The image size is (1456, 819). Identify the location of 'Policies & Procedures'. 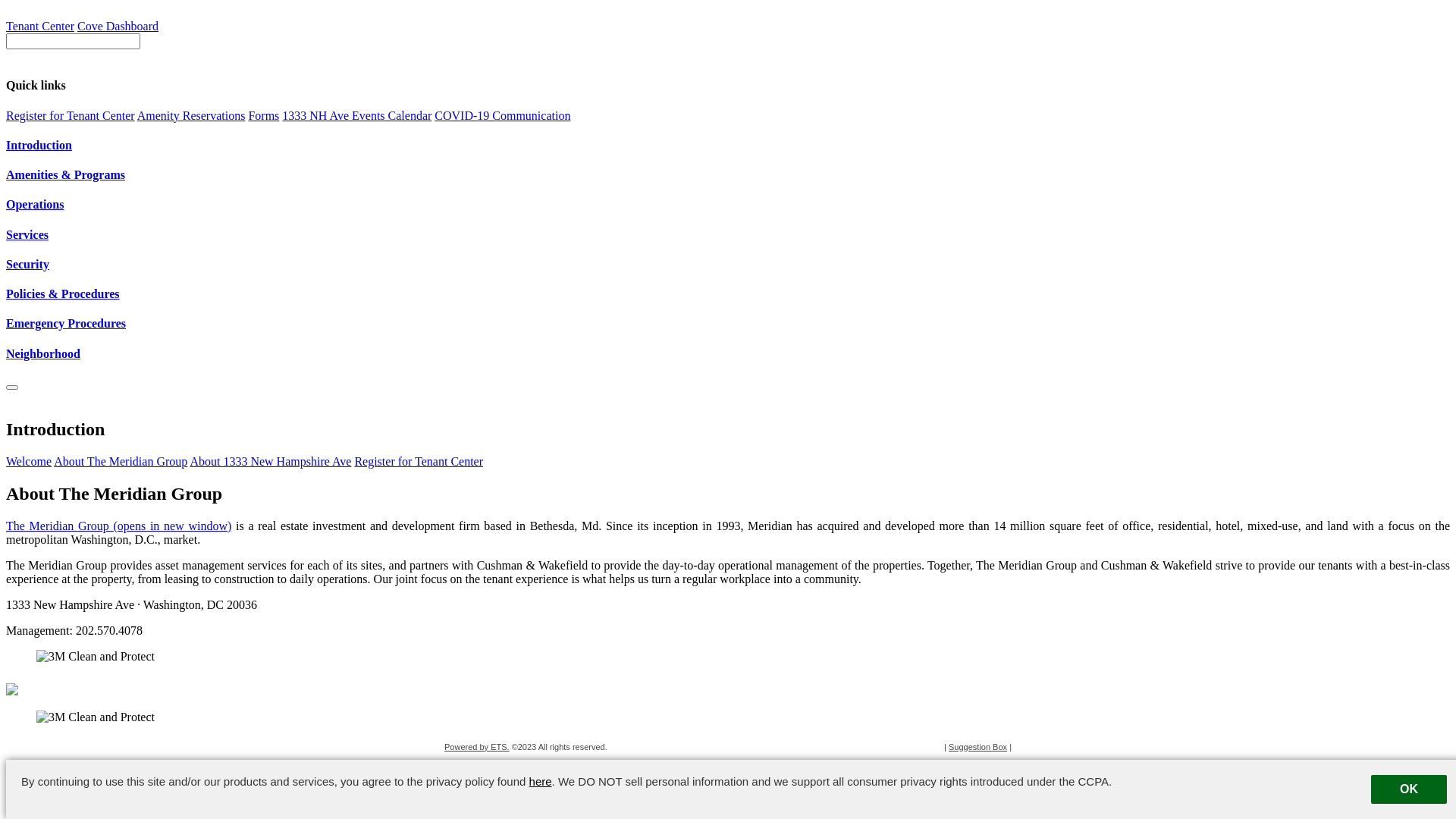
(728, 294).